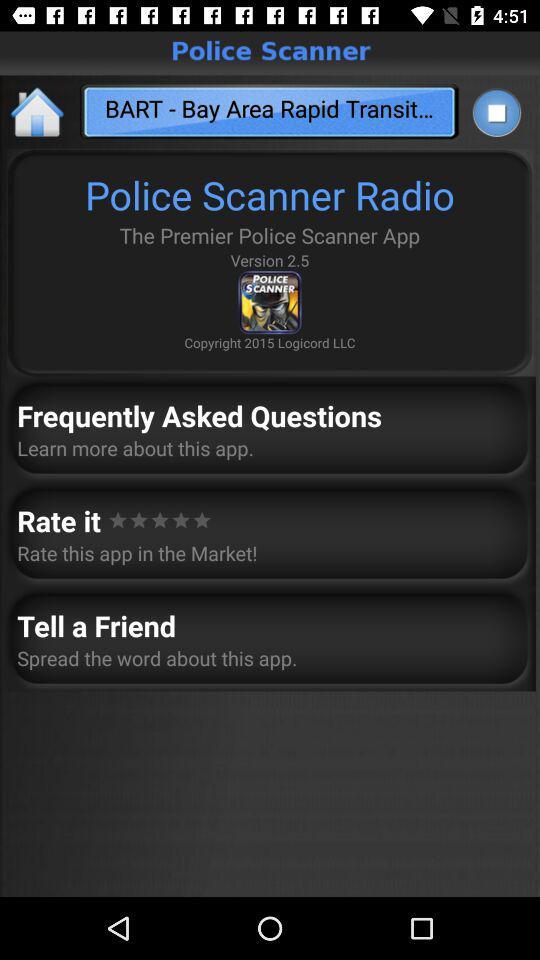  I want to click on the home menu, so click(38, 111).